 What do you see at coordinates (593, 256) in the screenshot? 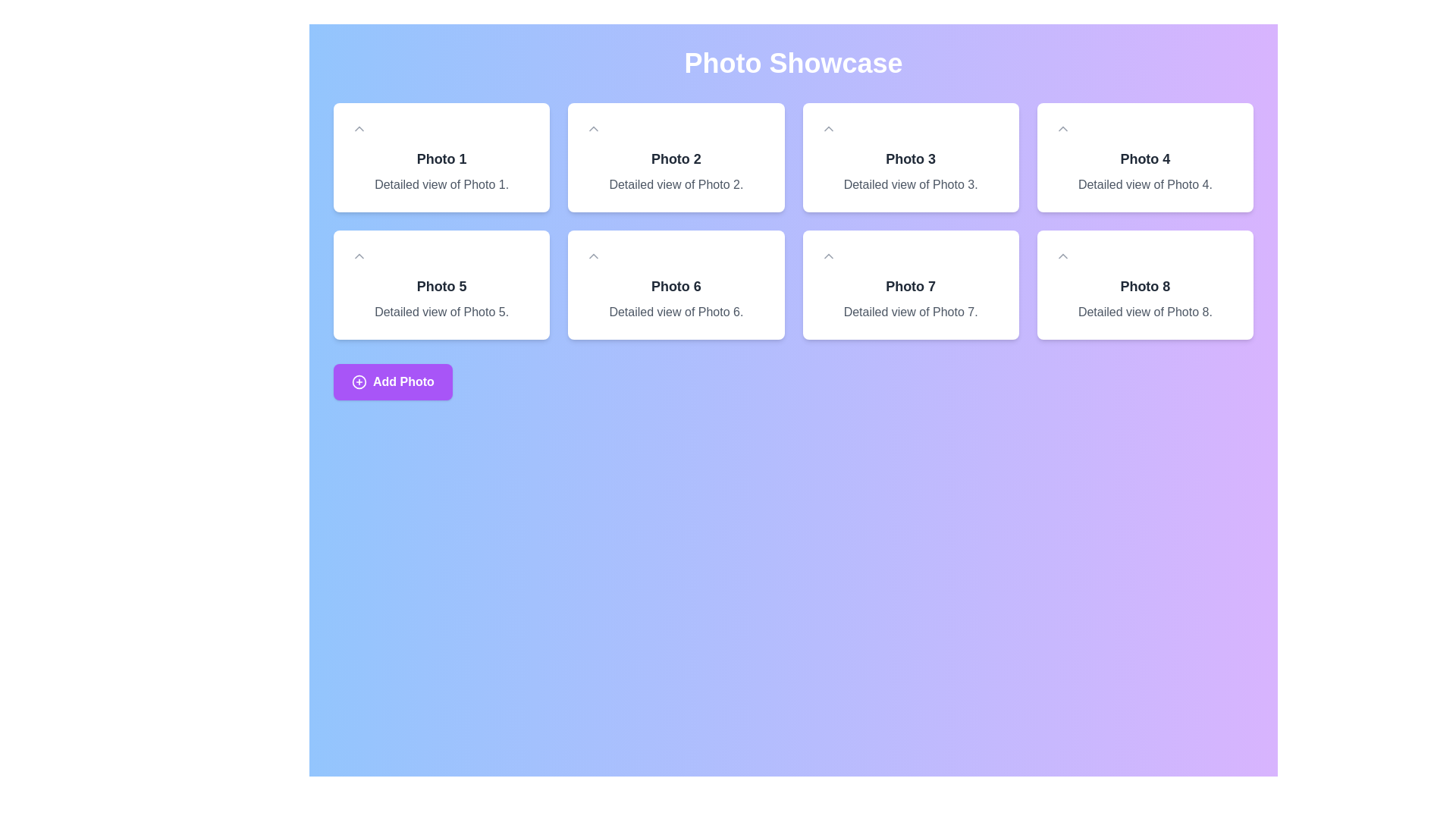
I see `the small upward-pointing gray chevron icon located in the top-left area of the card labeled 'Photo 6' to interact with it` at bounding box center [593, 256].